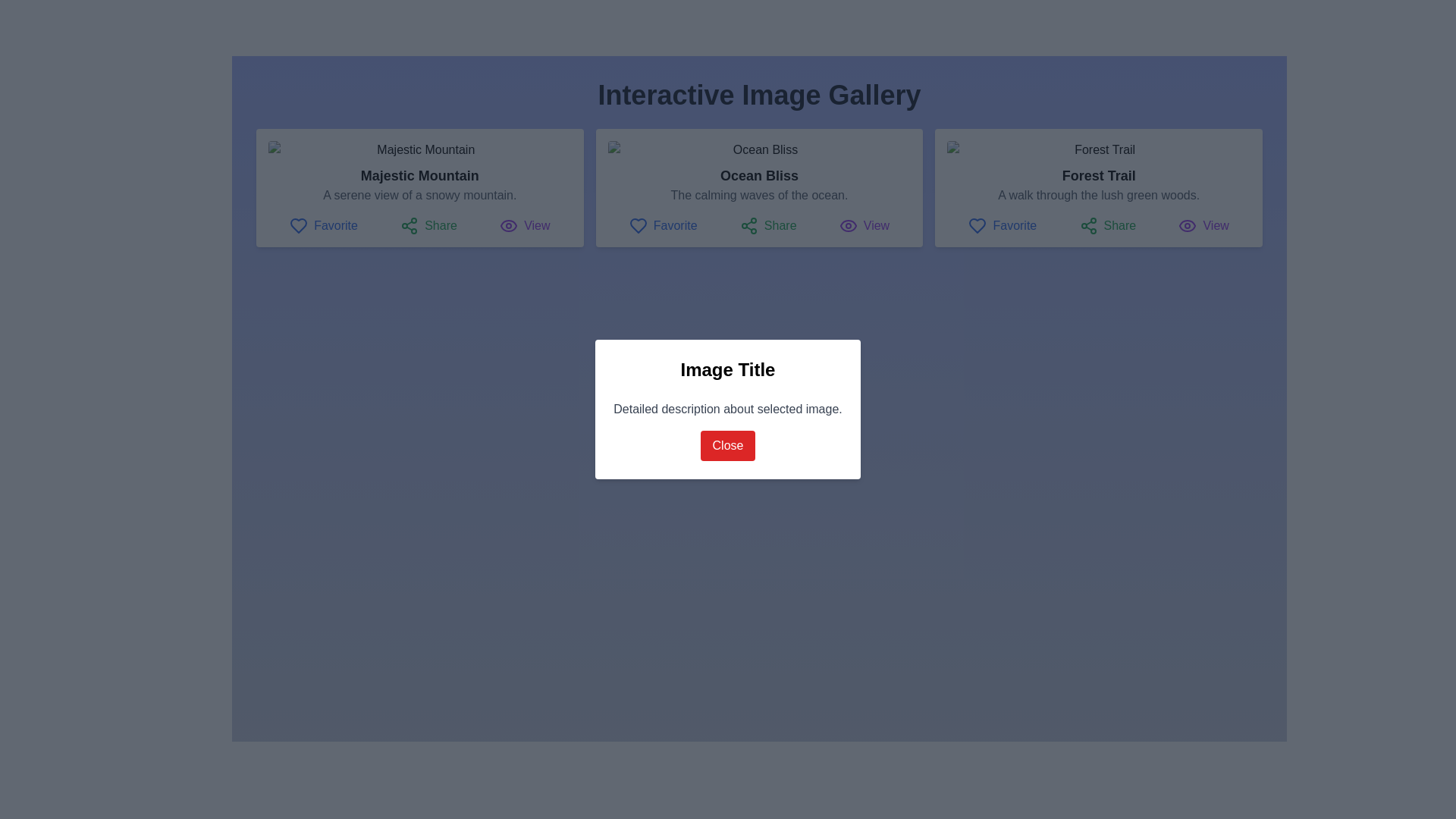 Image resolution: width=1456 pixels, height=819 pixels. Describe the element at coordinates (1099, 225) in the screenshot. I see `the horizontal action button group located at the bottom of the 'Forest Trail' card` at that location.